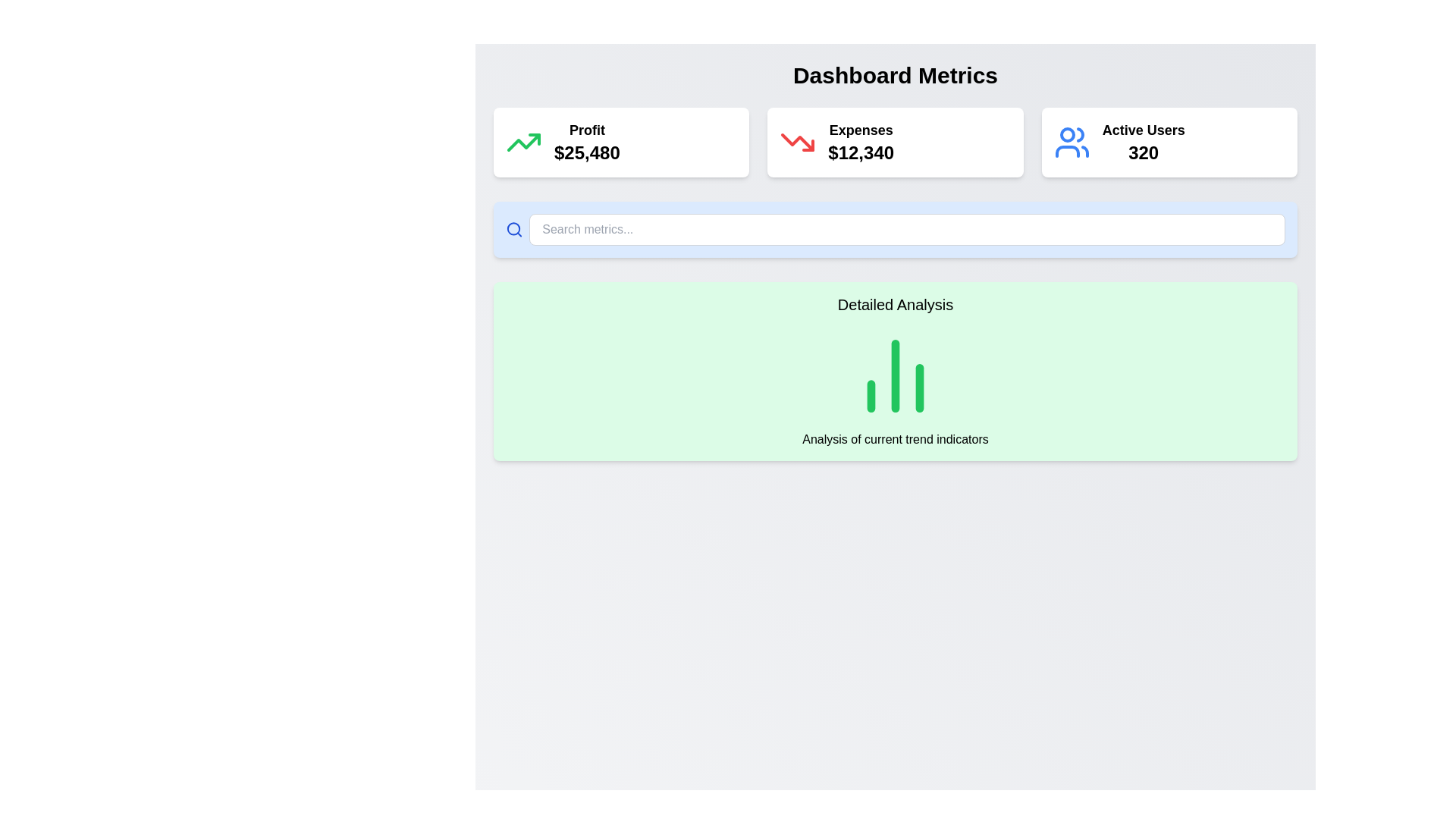 This screenshot has height=819, width=1456. I want to click on the text display indicating the total amount of expenses located under the 'Expenses' title on the dashboard for review, so click(861, 152).